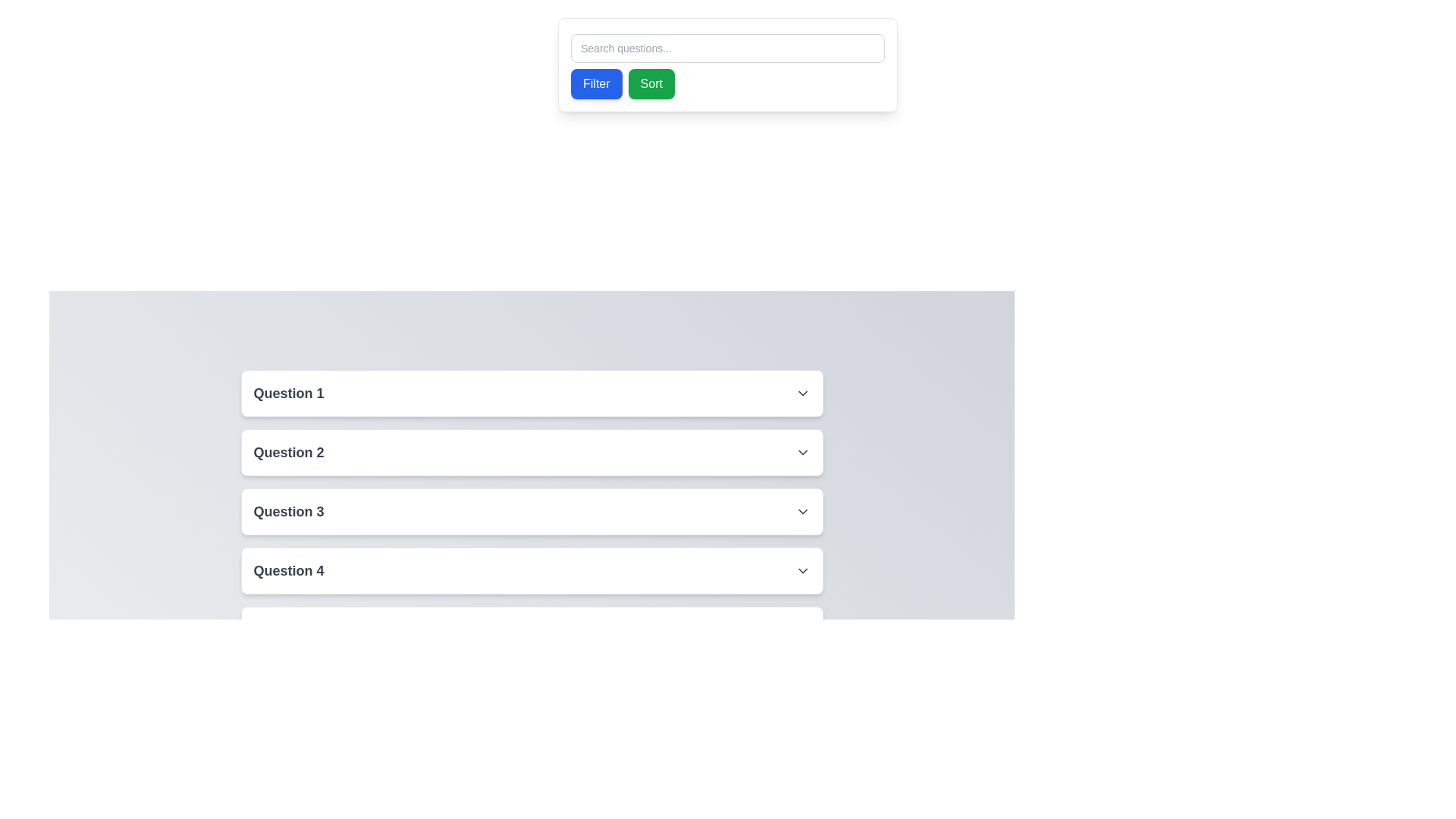  What do you see at coordinates (288, 570) in the screenshot?
I see `the Text label that identifies the fourth item in a vertical list, positioned below 'Question 3'` at bounding box center [288, 570].